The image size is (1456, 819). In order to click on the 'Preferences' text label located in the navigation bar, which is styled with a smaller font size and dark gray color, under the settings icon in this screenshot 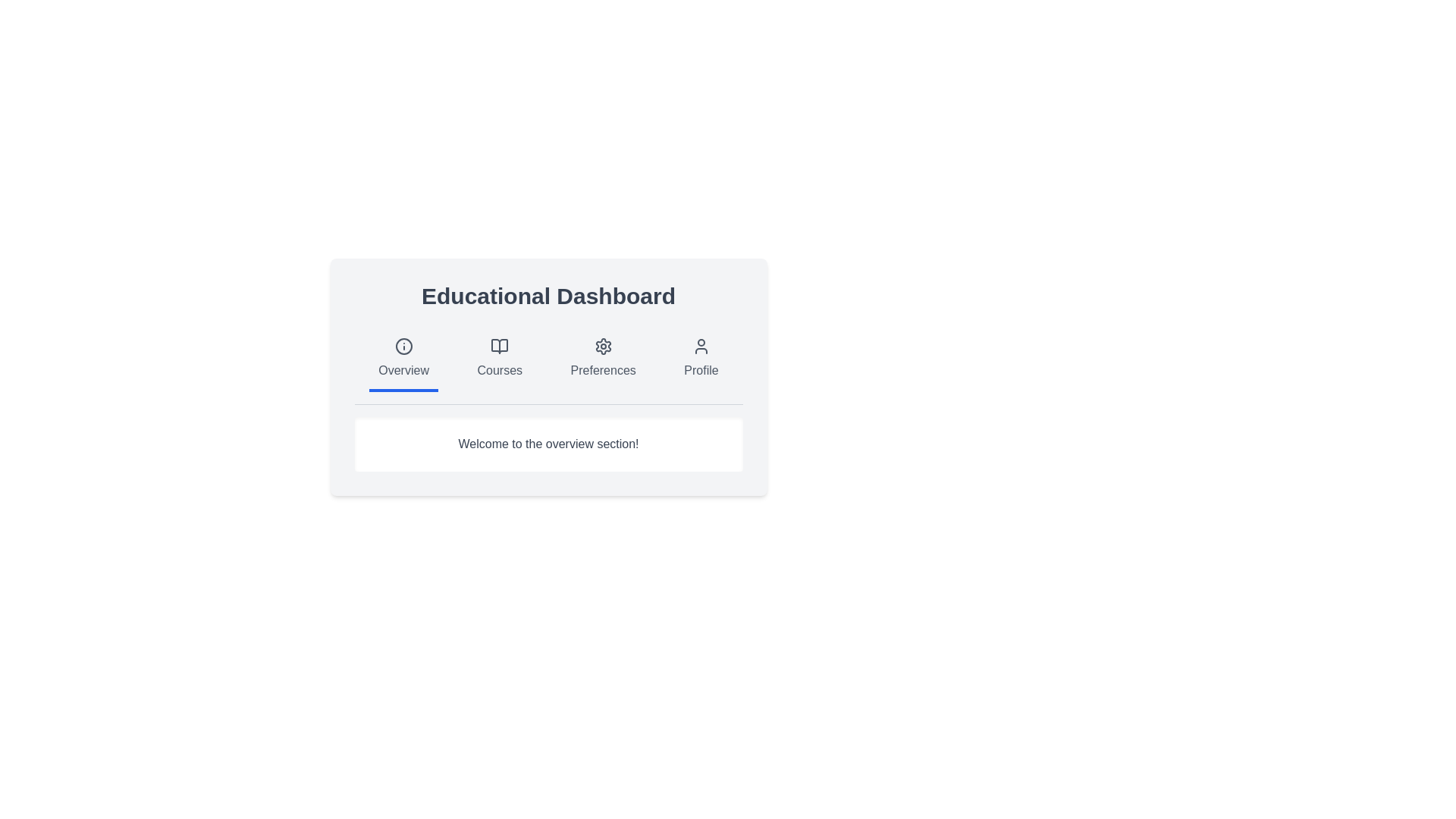, I will do `click(602, 371)`.